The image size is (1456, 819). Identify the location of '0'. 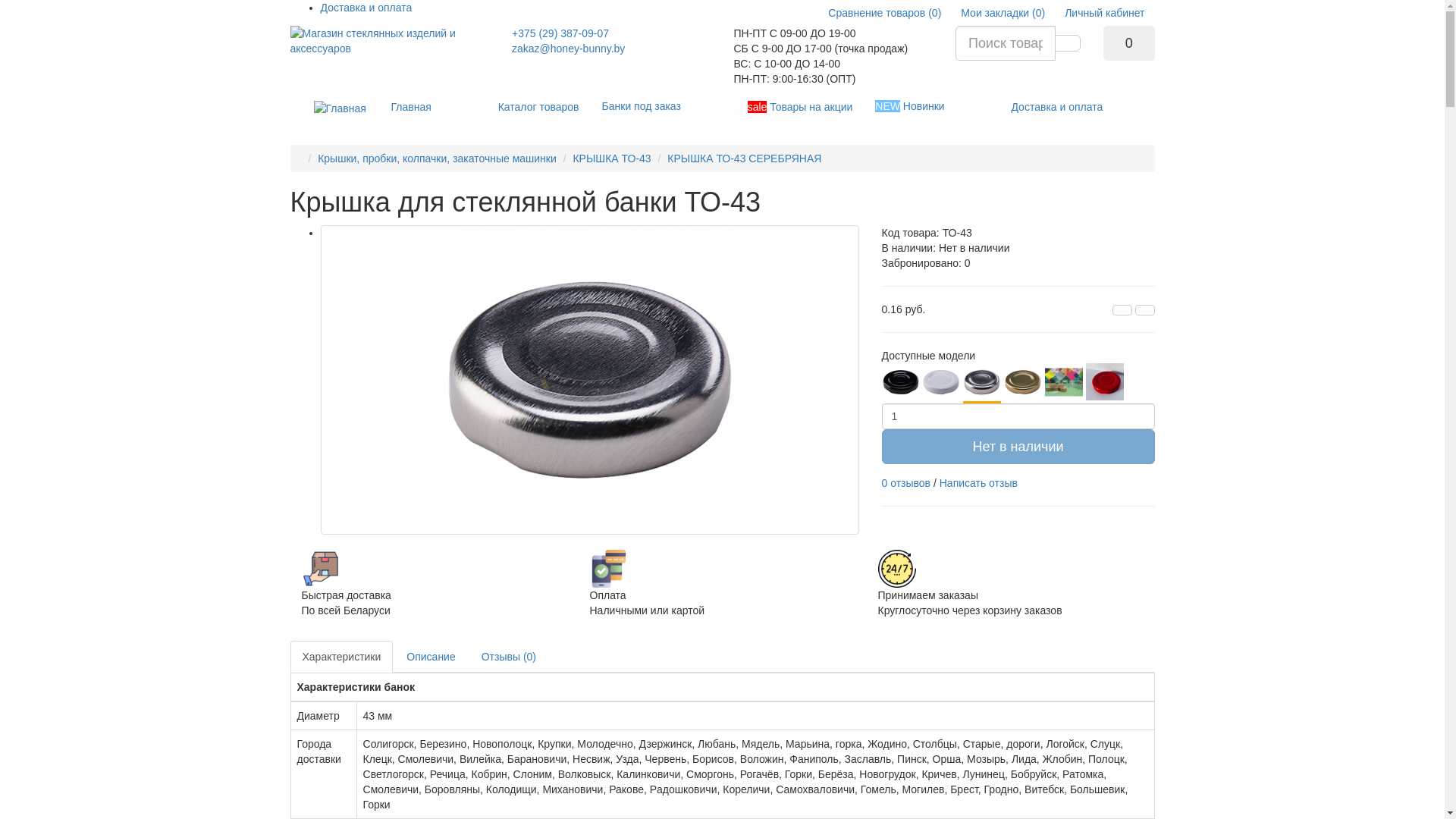
(1128, 42).